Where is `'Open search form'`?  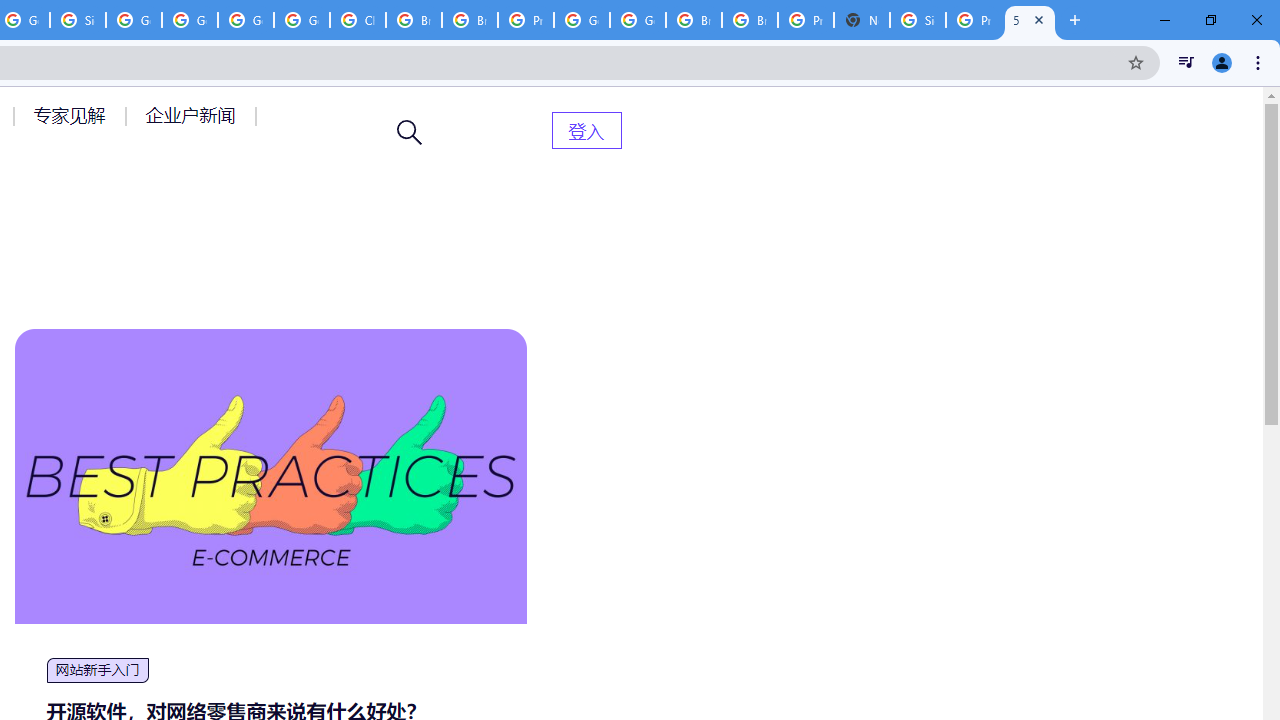 'Open search form' is located at coordinates (409, 132).